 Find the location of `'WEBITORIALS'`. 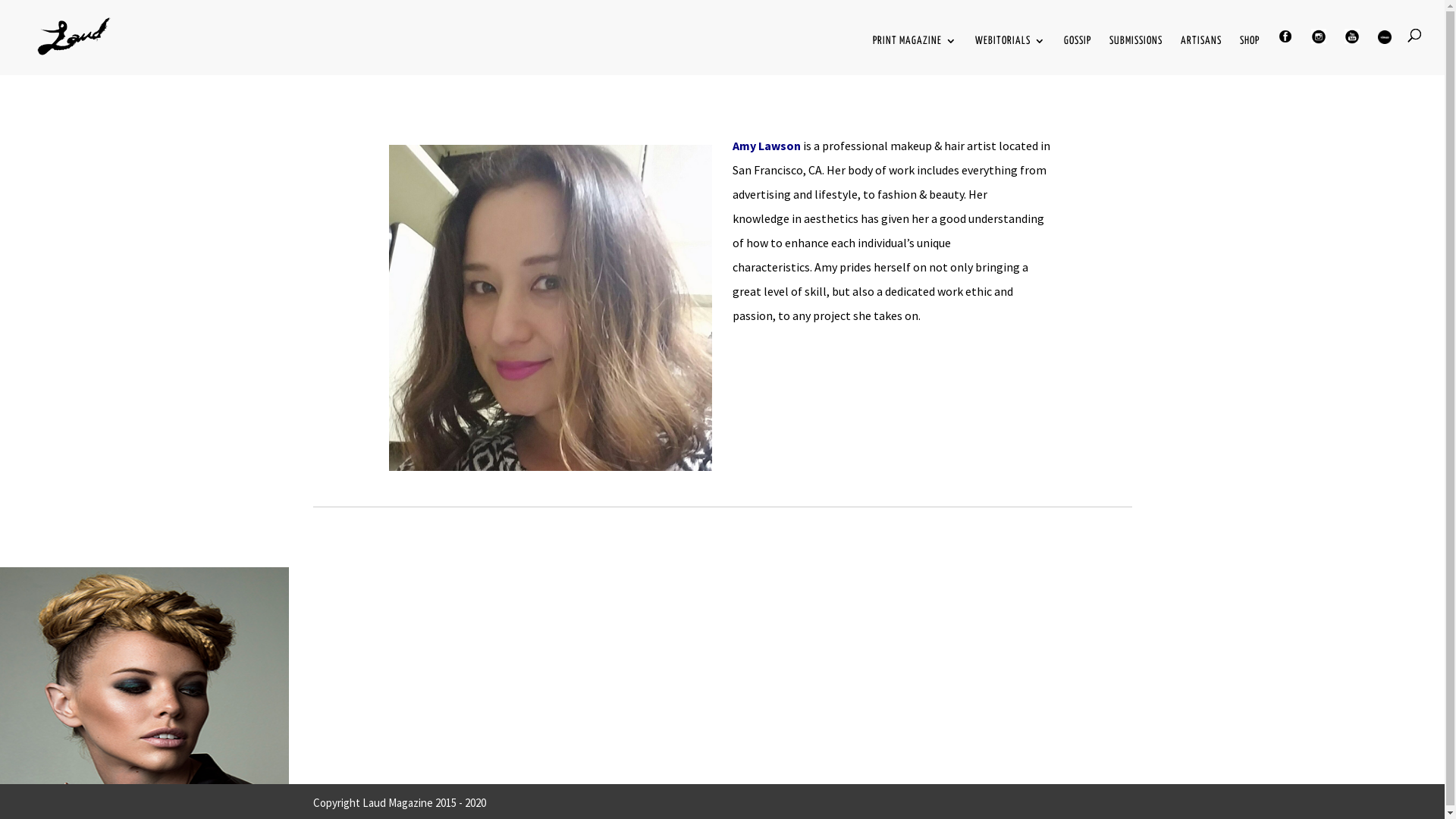

'WEBITORIALS' is located at coordinates (1010, 55).